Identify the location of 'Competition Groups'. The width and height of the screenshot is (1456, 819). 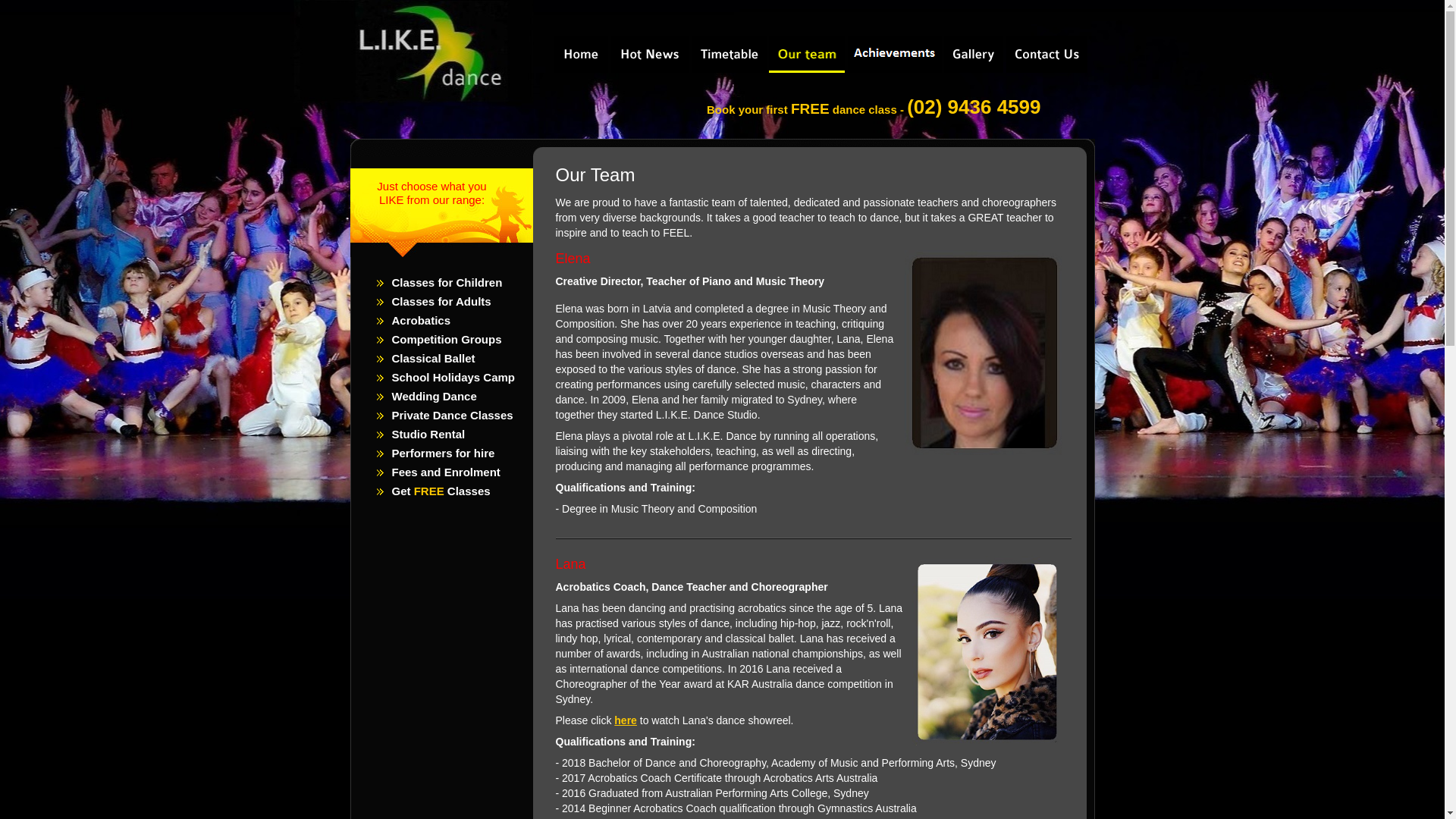
(445, 338).